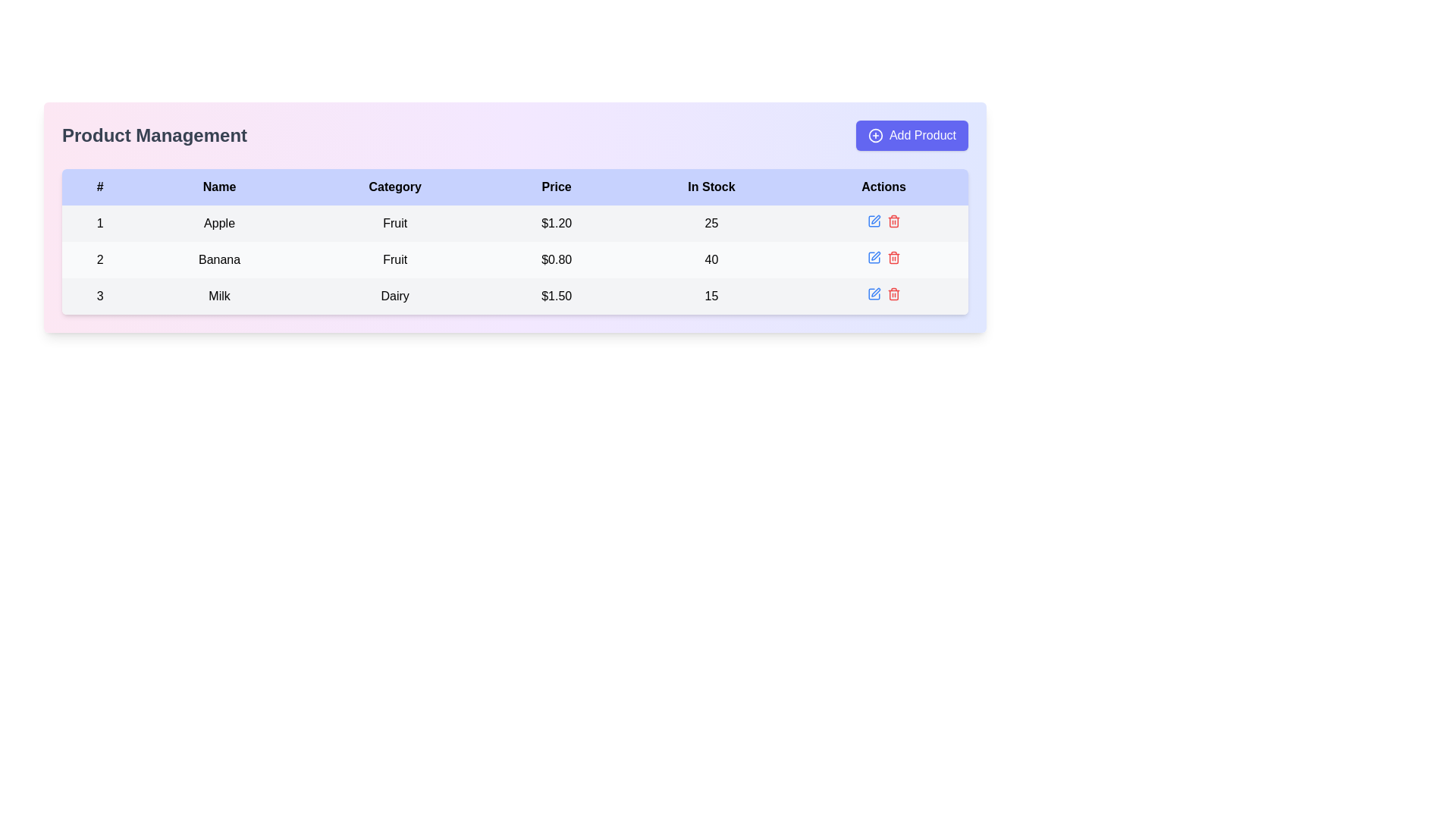 This screenshot has height=819, width=1456. Describe the element at coordinates (893, 221) in the screenshot. I see `the red trash icon button located on the rightmost side of the "Actions" column in the third row of items` at that location.